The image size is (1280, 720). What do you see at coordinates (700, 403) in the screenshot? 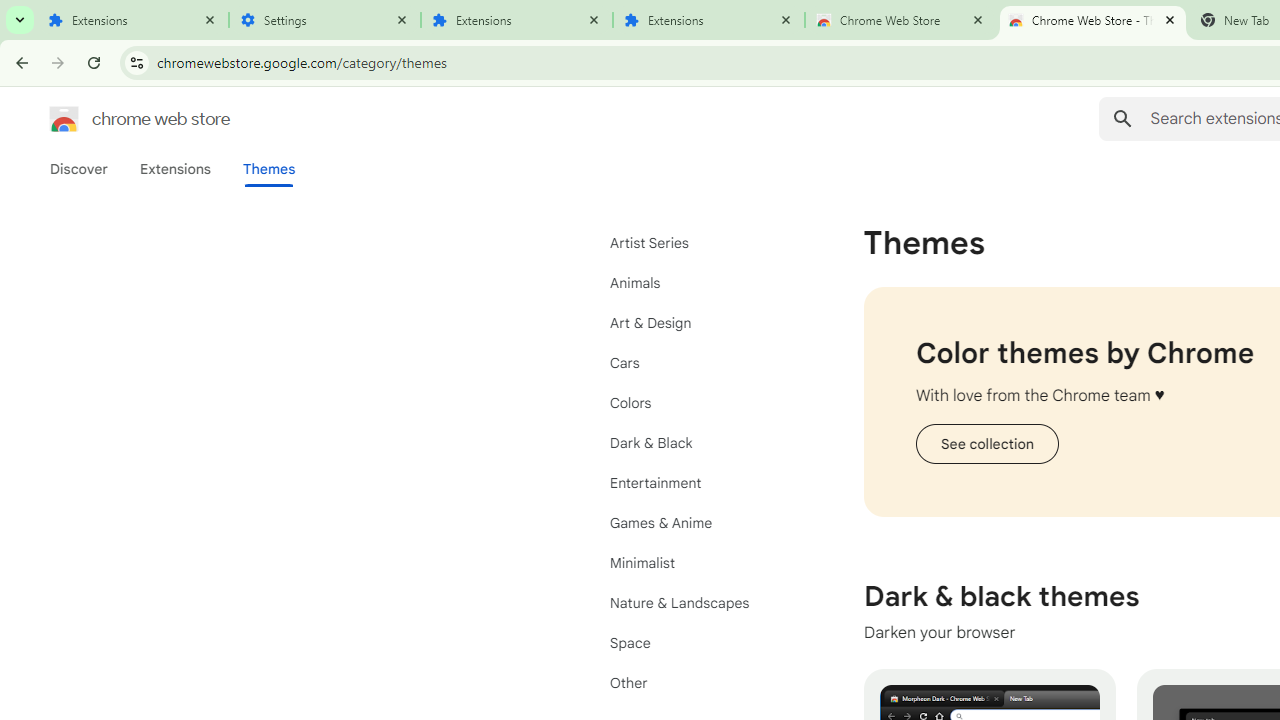
I see `'Colors'` at bounding box center [700, 403].